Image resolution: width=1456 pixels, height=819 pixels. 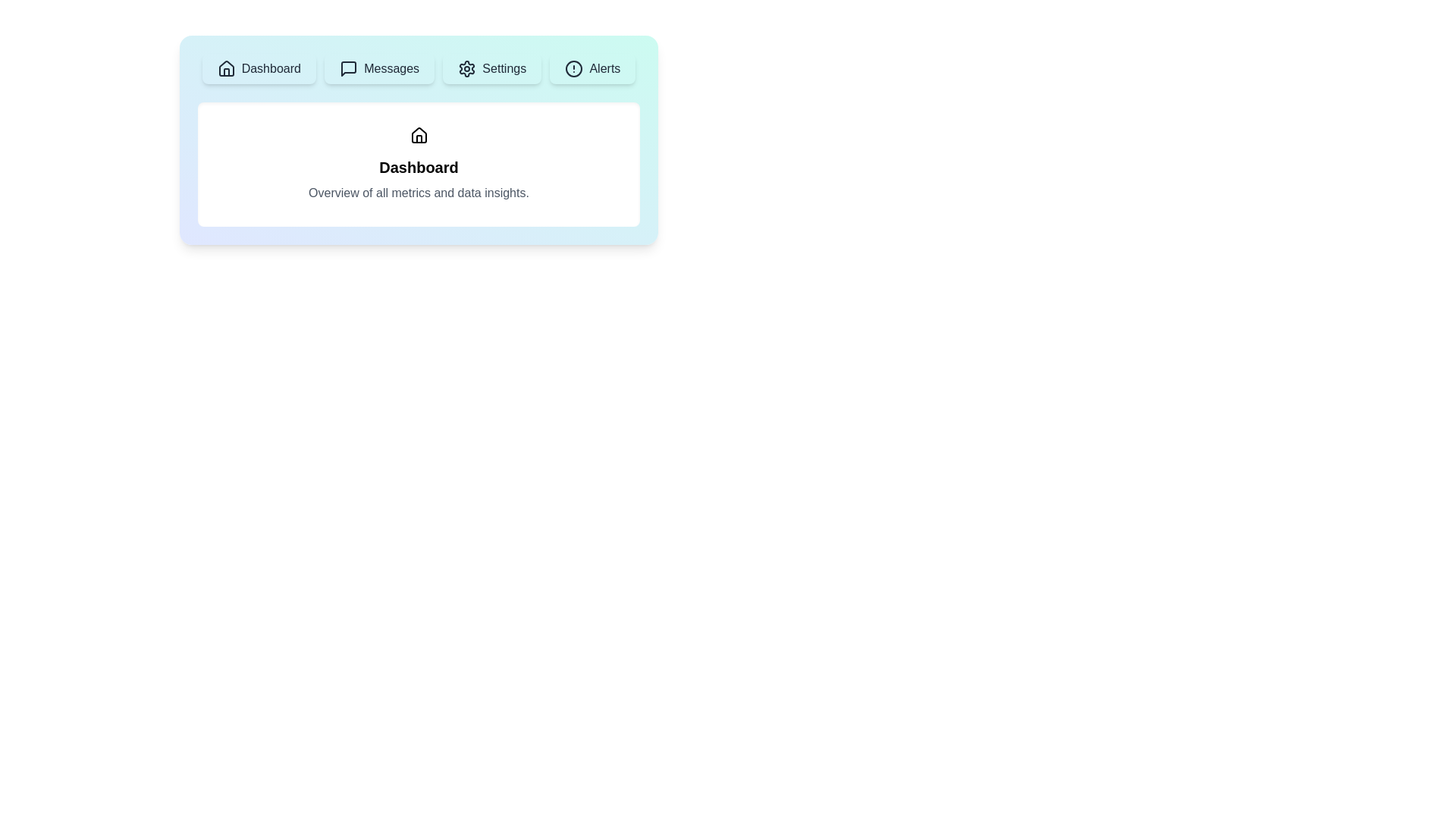 I want to click on the tab labeled 'Dashboard' to preview its hover effect, so click(x=259, y=69).